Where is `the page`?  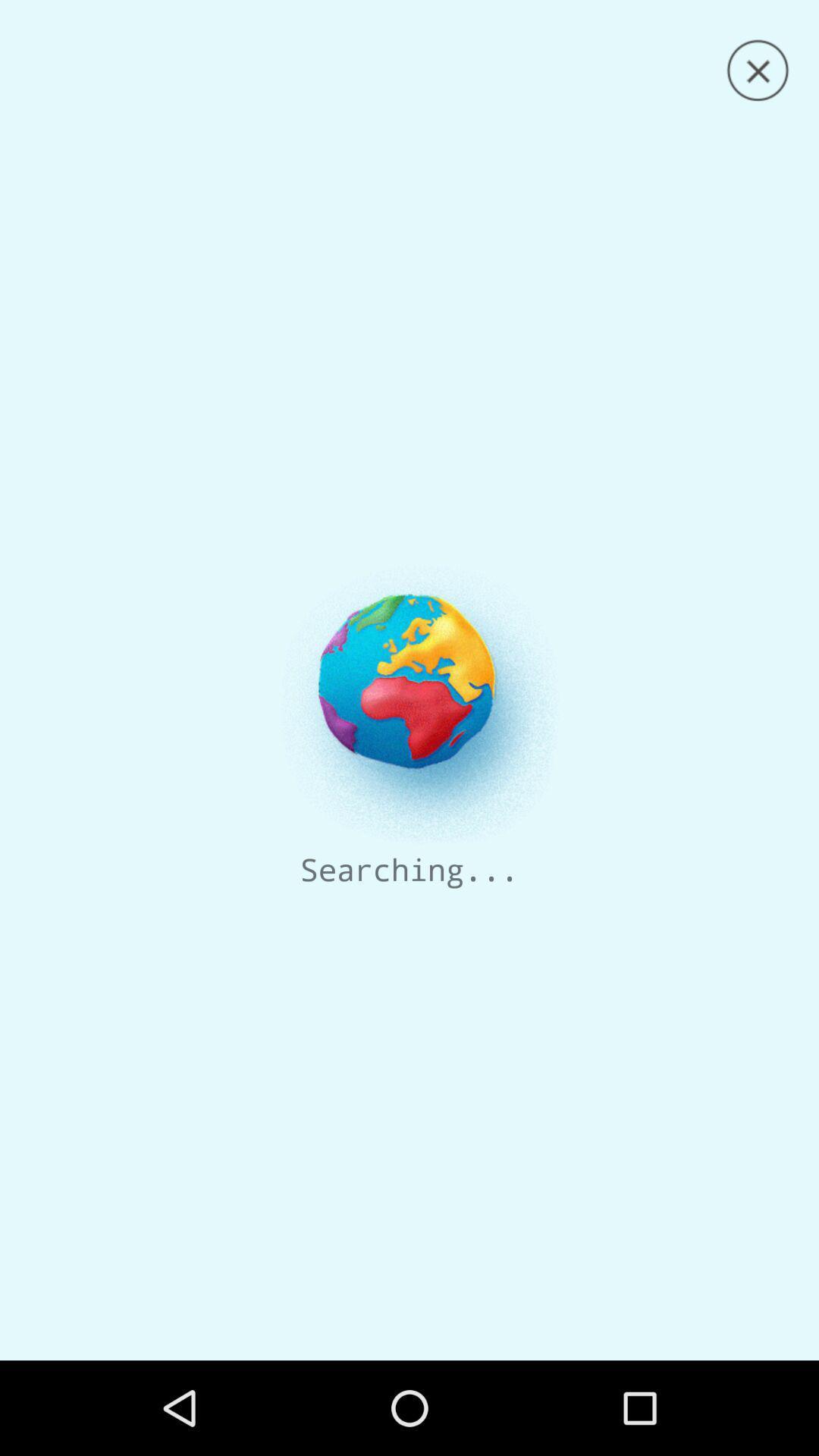 the page is located at coordinates (758, 70).